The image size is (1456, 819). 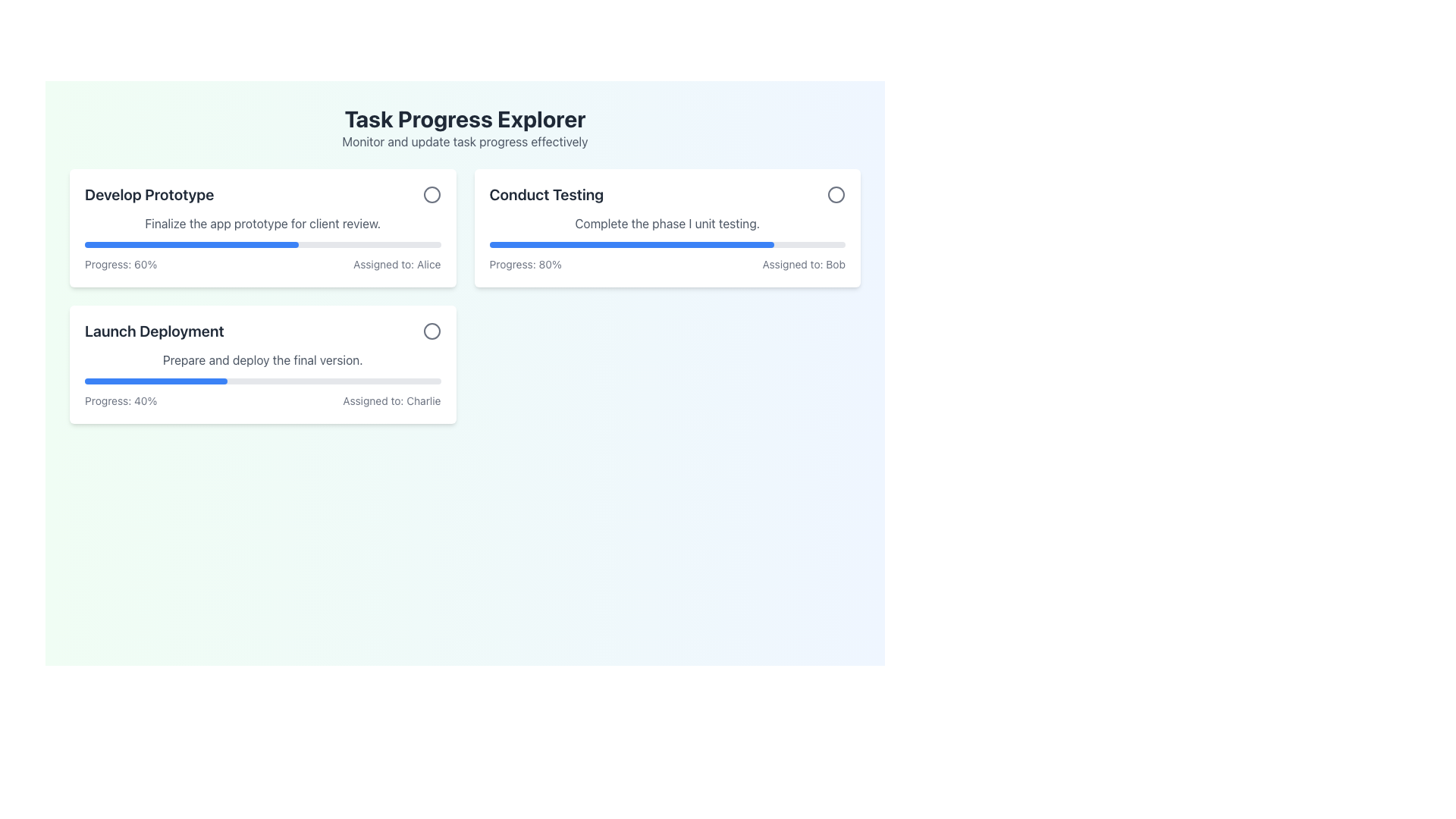 I want to click on the circular SVG graphic element located in the top-right corner of the 'Develop Prototype' task card within the 'Task Progress Explorer' interface, so click(x=431, y=194).